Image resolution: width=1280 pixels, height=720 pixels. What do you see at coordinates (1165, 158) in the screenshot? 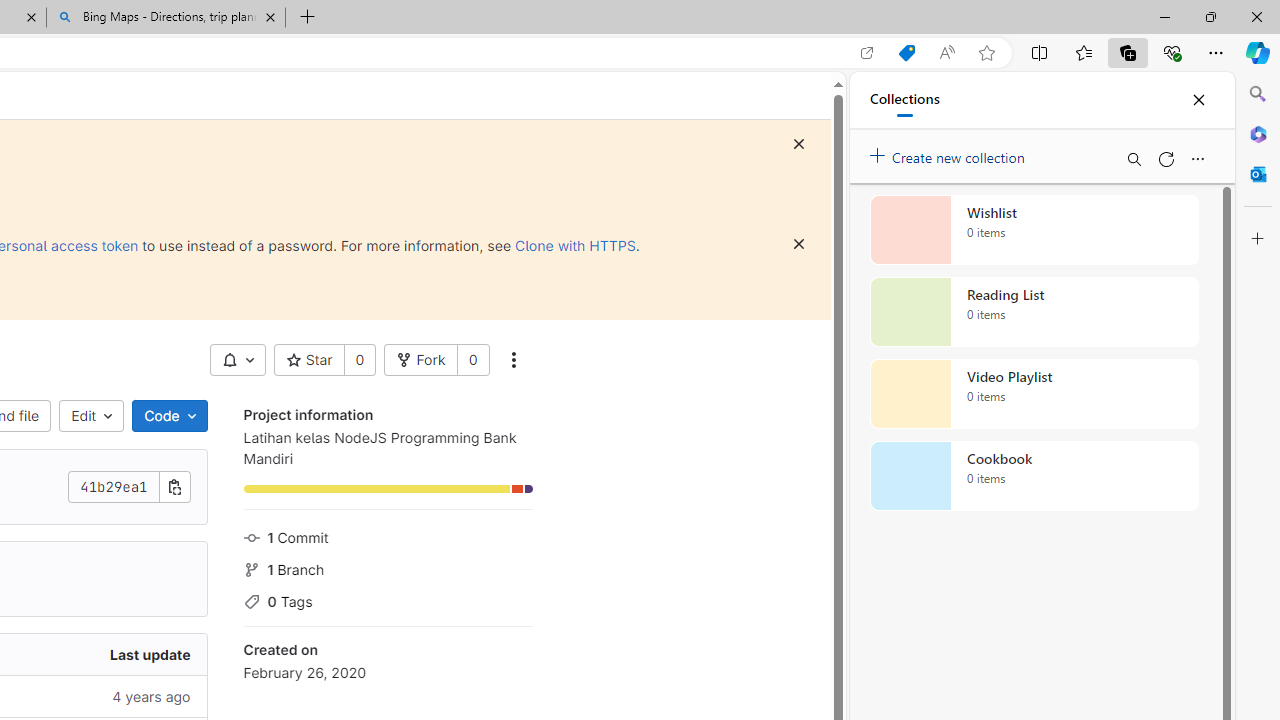
I see `'Refresh'` at bounding box center [1165, 158].